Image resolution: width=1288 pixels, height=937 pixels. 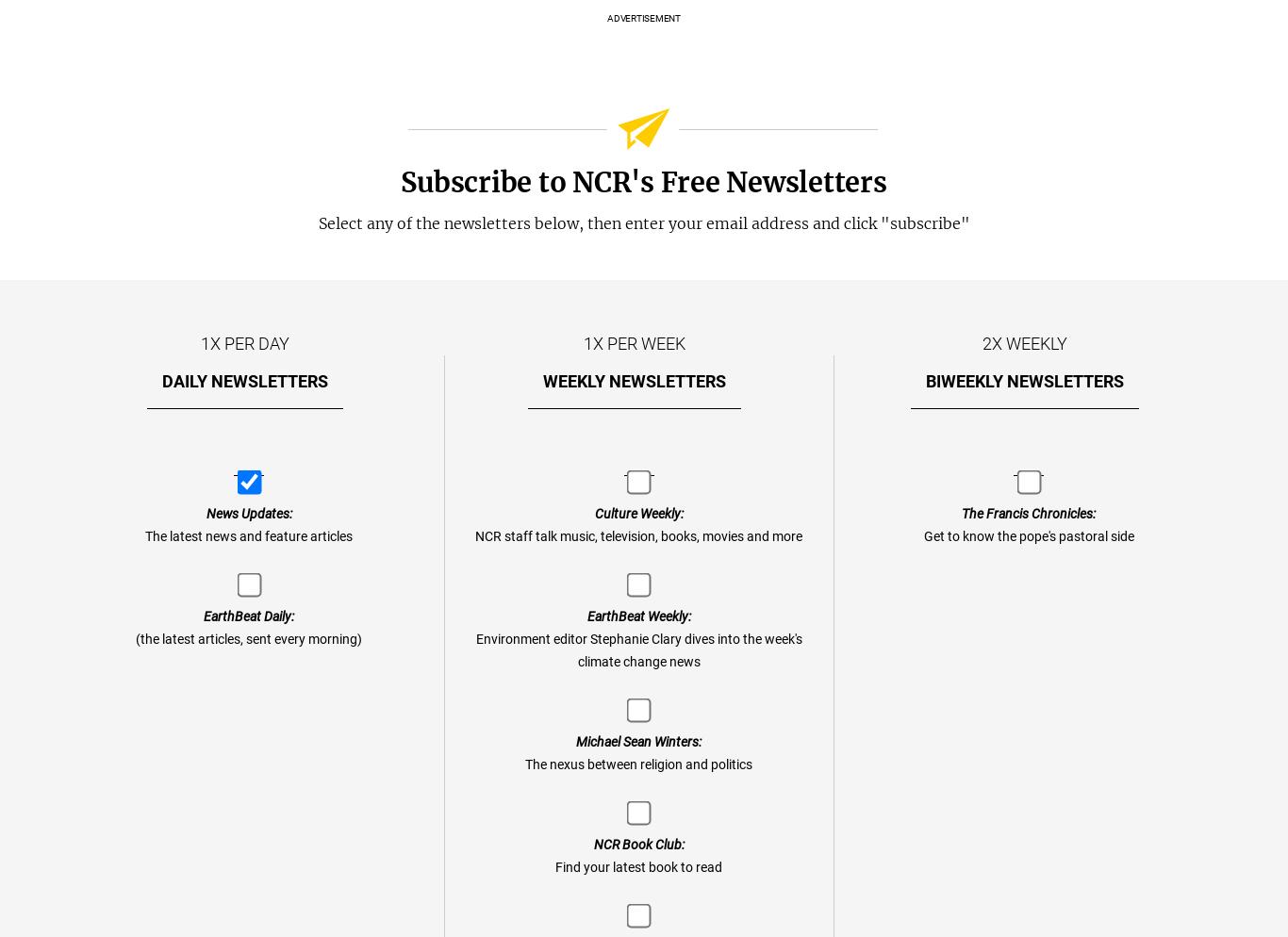 I want to click on 'EarthBeat Daily:', so click(x=202, y=616).